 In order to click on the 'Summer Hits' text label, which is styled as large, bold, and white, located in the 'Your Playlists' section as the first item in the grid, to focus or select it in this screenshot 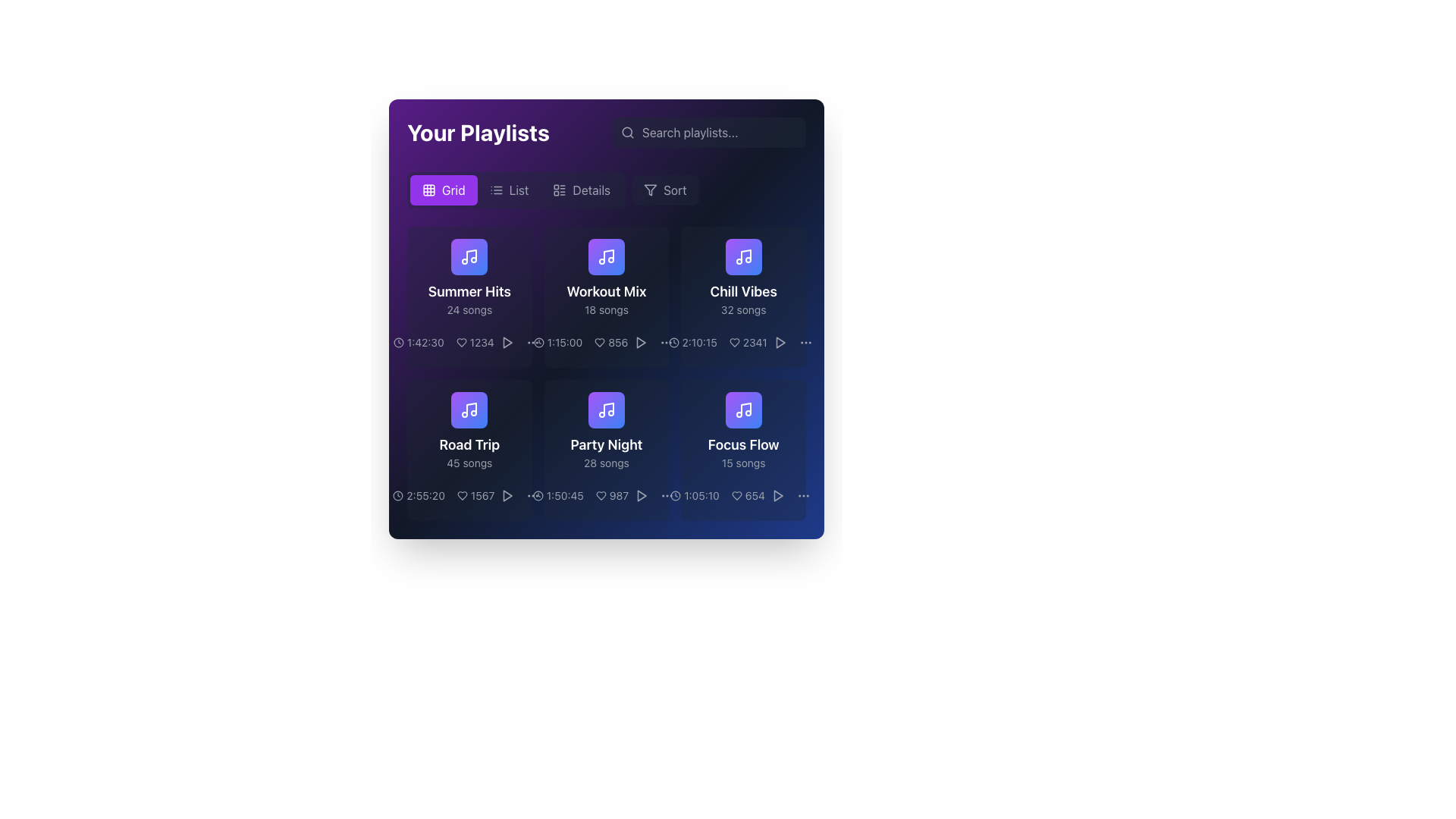, I will do `click(469, 299)`.